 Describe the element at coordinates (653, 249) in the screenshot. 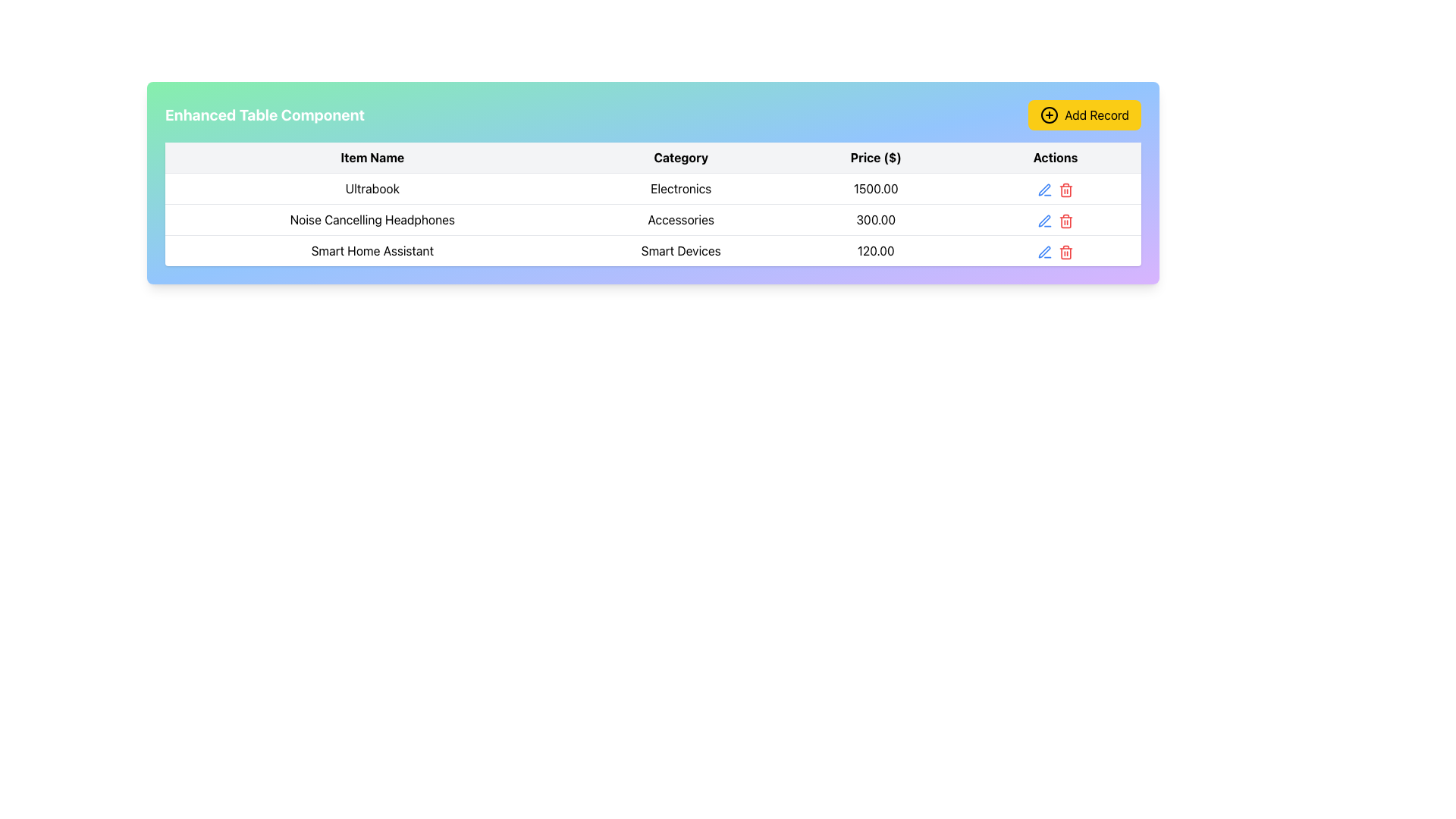

I see `the third row of the table that contains detailed information about the Smart Home Assistant, located below the rows for 'Ultrabook' and 'Noise Cancelling Headphones'` at that location.